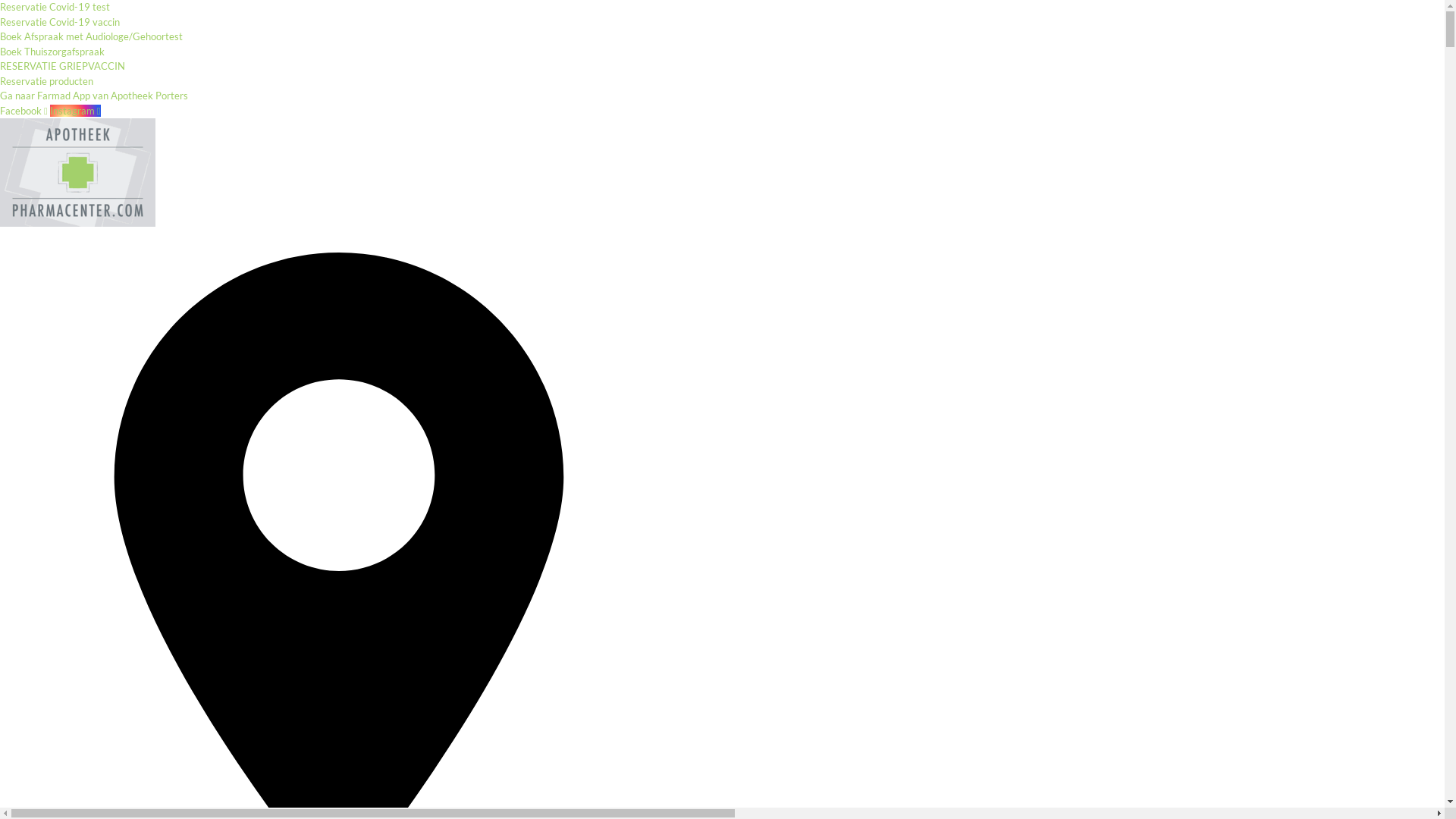 This screenshot has height=819, width=1456. What do you see at coordinates (74, 110) in the screenshot?
I see `'Instagram'` at bounding box center [74, 110].